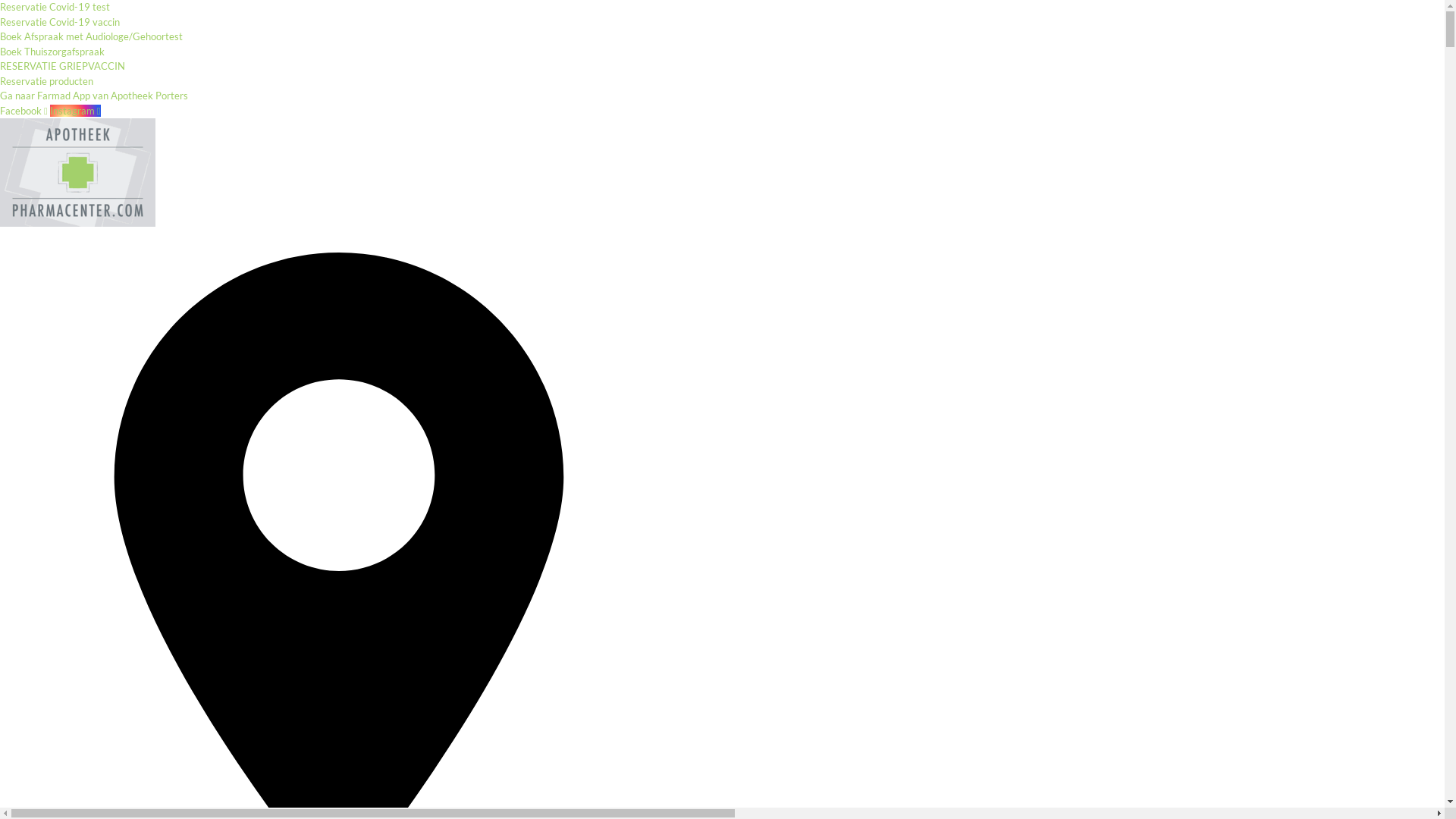 This screenshot has height=819, width=1456. What do you see at coordinates (74, 110) in the screenshot?
I see `'Instagram'` at bounding box center [74, 110].